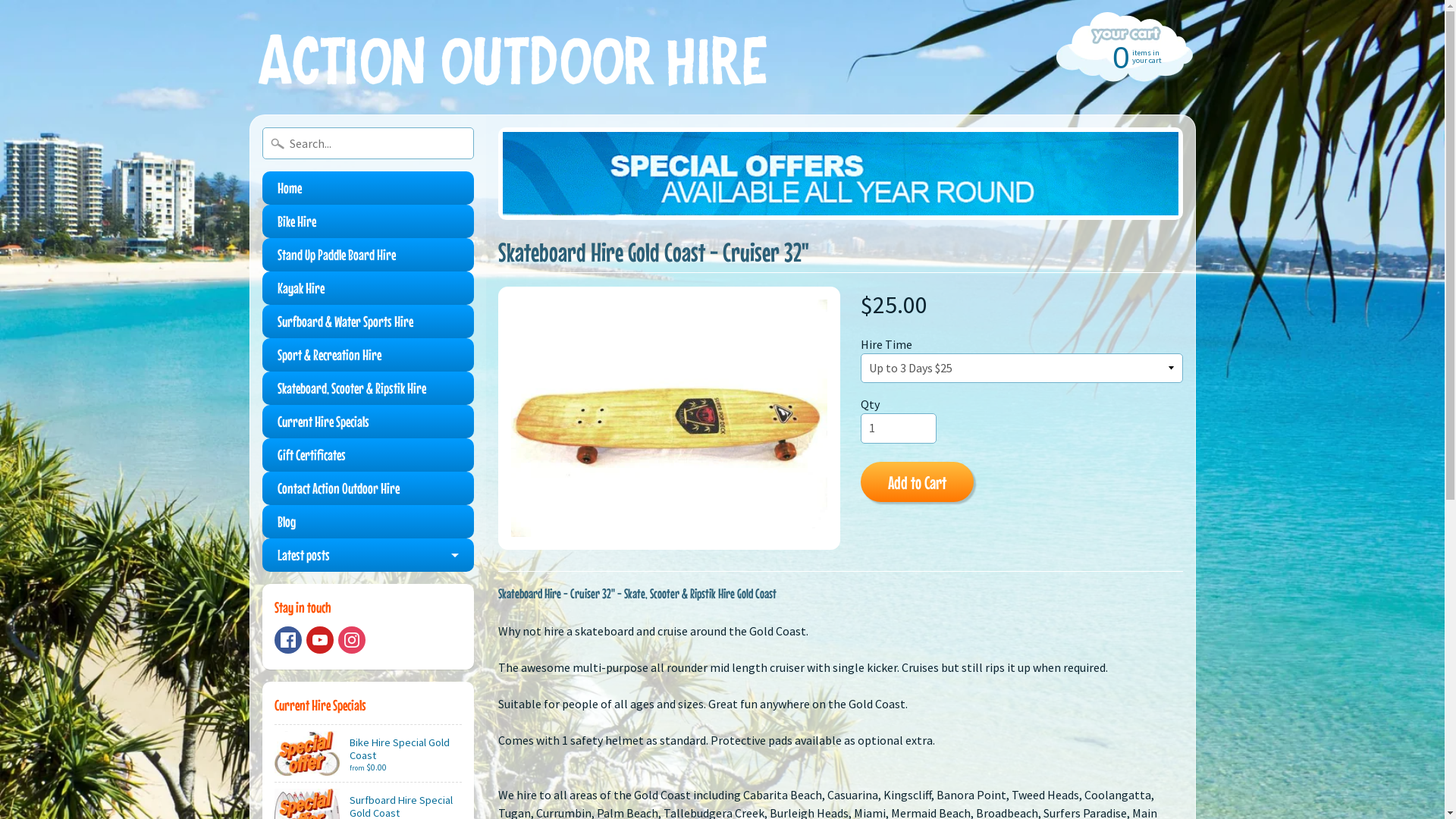 This screenshot has width=1456, height=819. Describe the element at coordinates (368, 454) in the screenshot. I see `'Gift Certificates'` at that location.